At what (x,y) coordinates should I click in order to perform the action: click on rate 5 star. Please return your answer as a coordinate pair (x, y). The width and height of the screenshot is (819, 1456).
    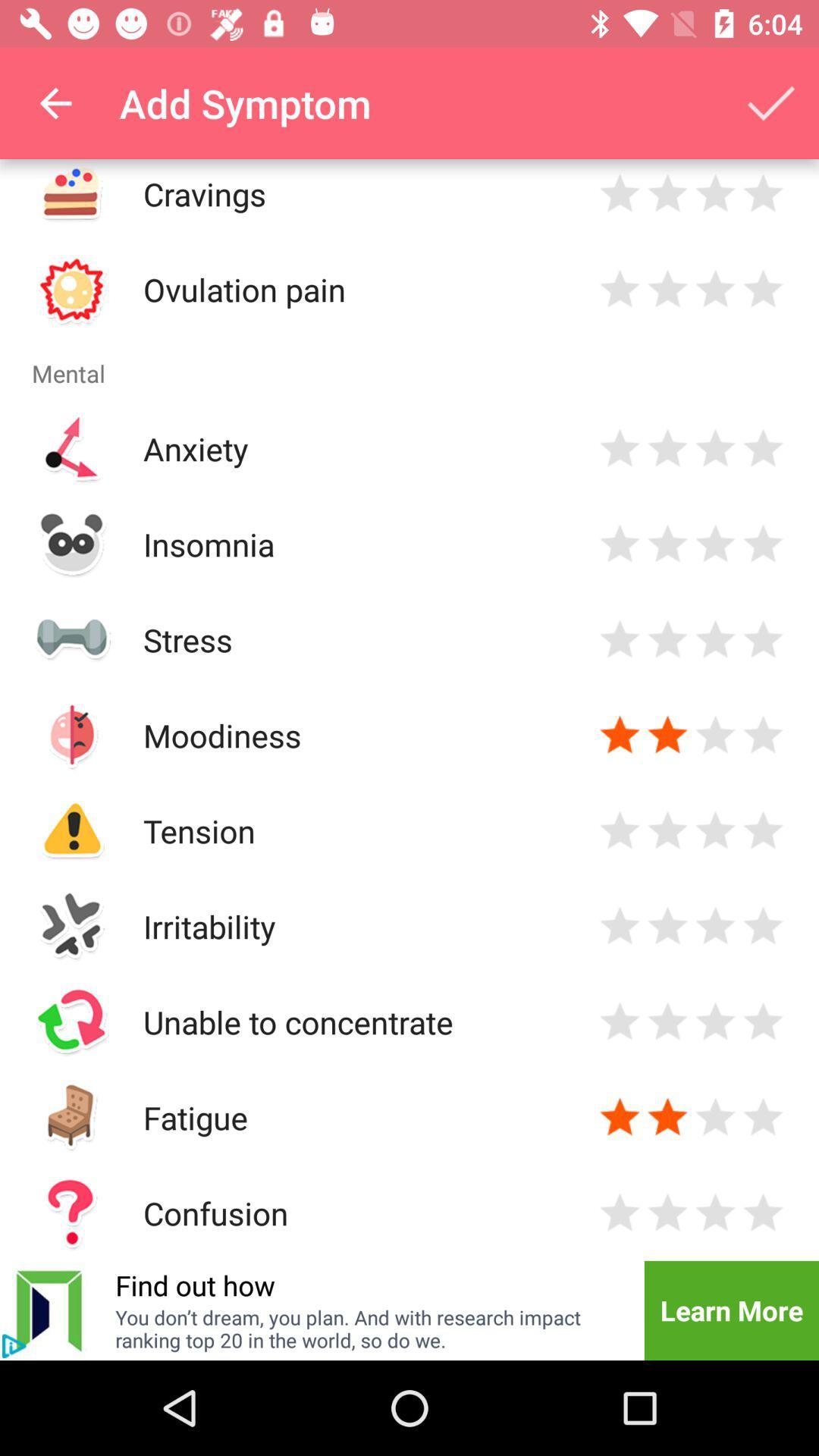
    Looking at the image, I should click on (763, 1117).